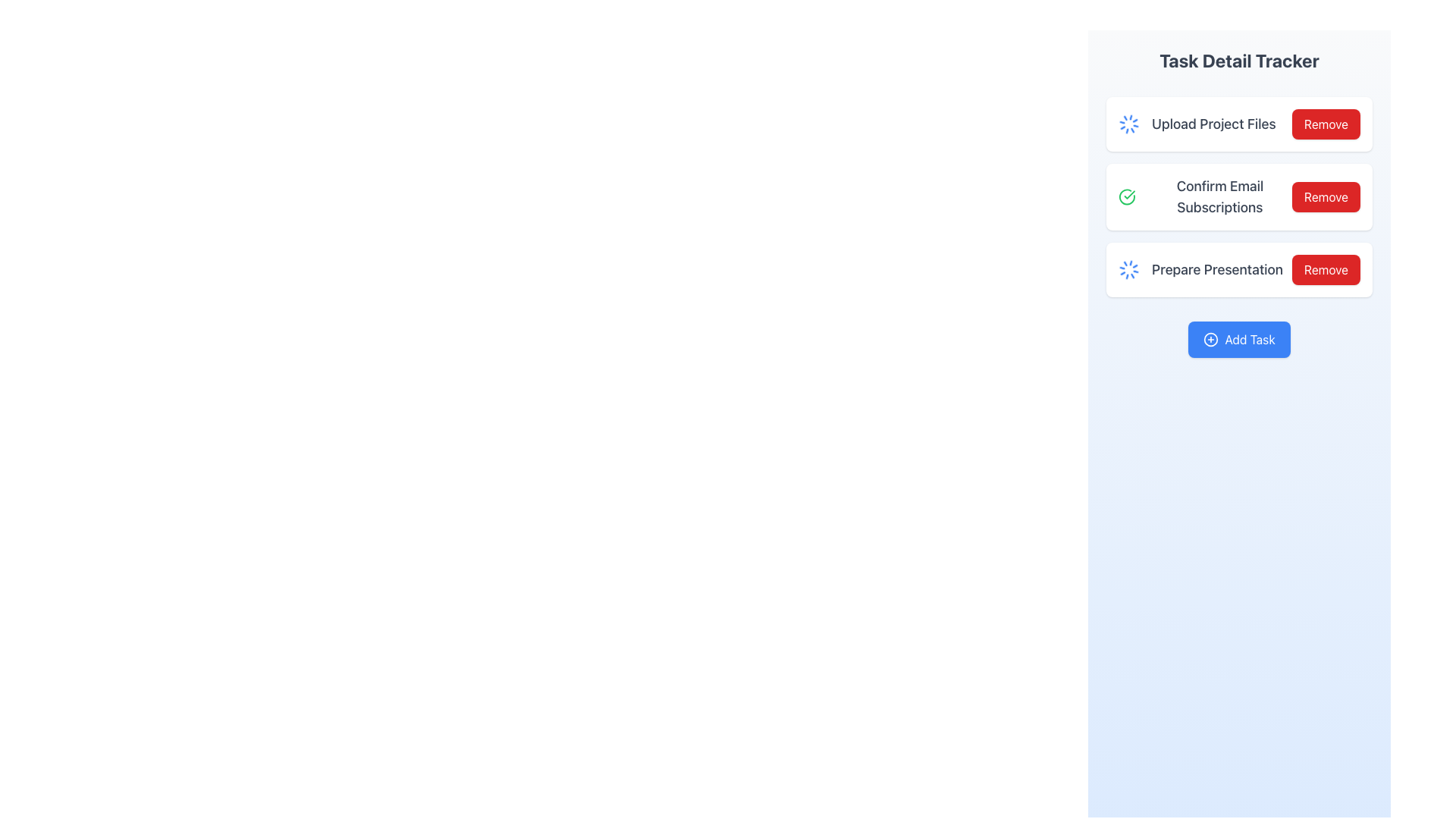 The height and width of the screenshot is (819, 1456). Describe the element at coordinates (1325, 268) in the screenshot. I see `the 'Remove' button with a bold red background located within the 'Prepare Presentation' list item, which is the third task in the list` at that location.